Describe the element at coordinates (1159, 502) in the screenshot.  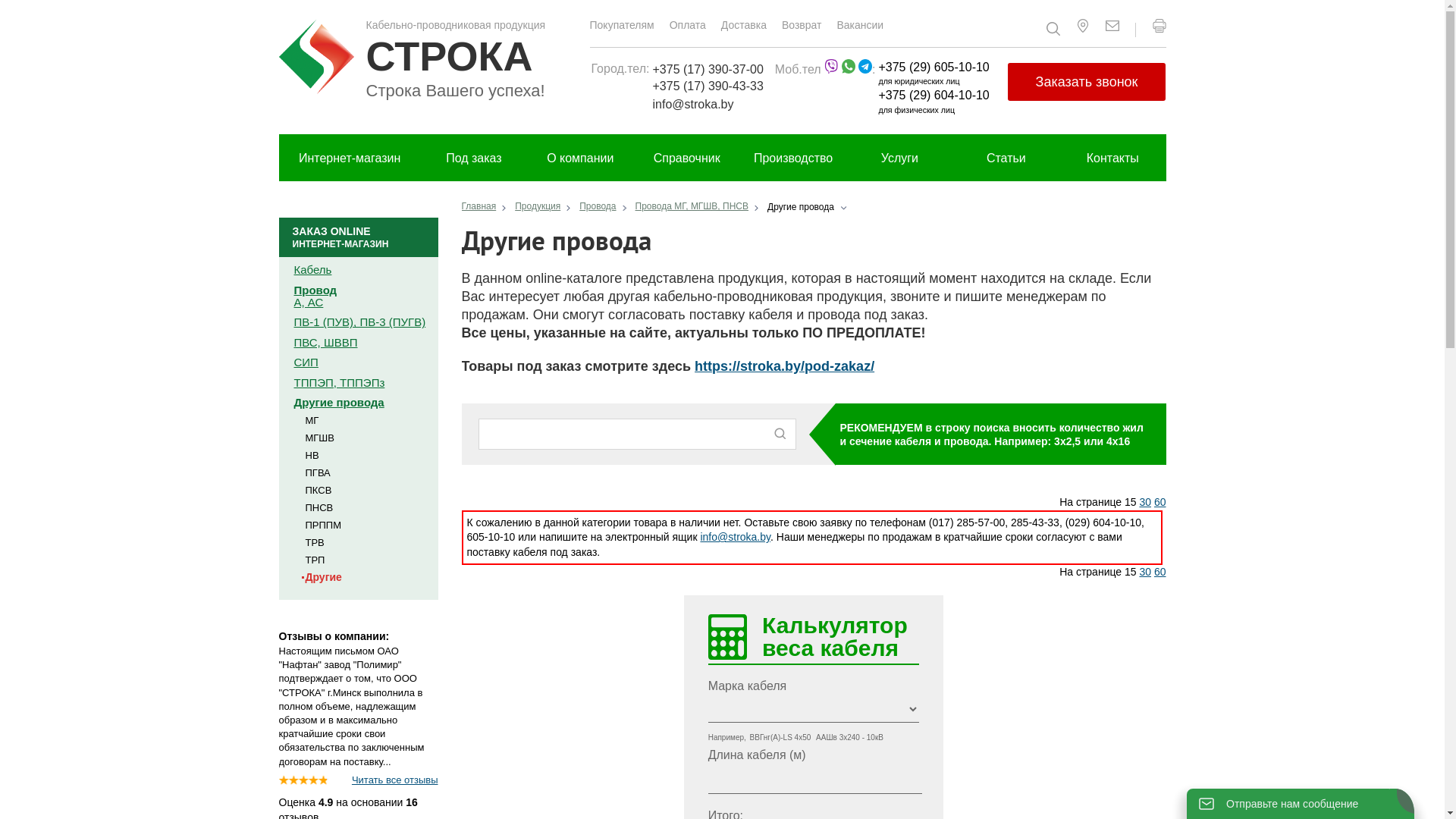
I see `'60'` at that location.